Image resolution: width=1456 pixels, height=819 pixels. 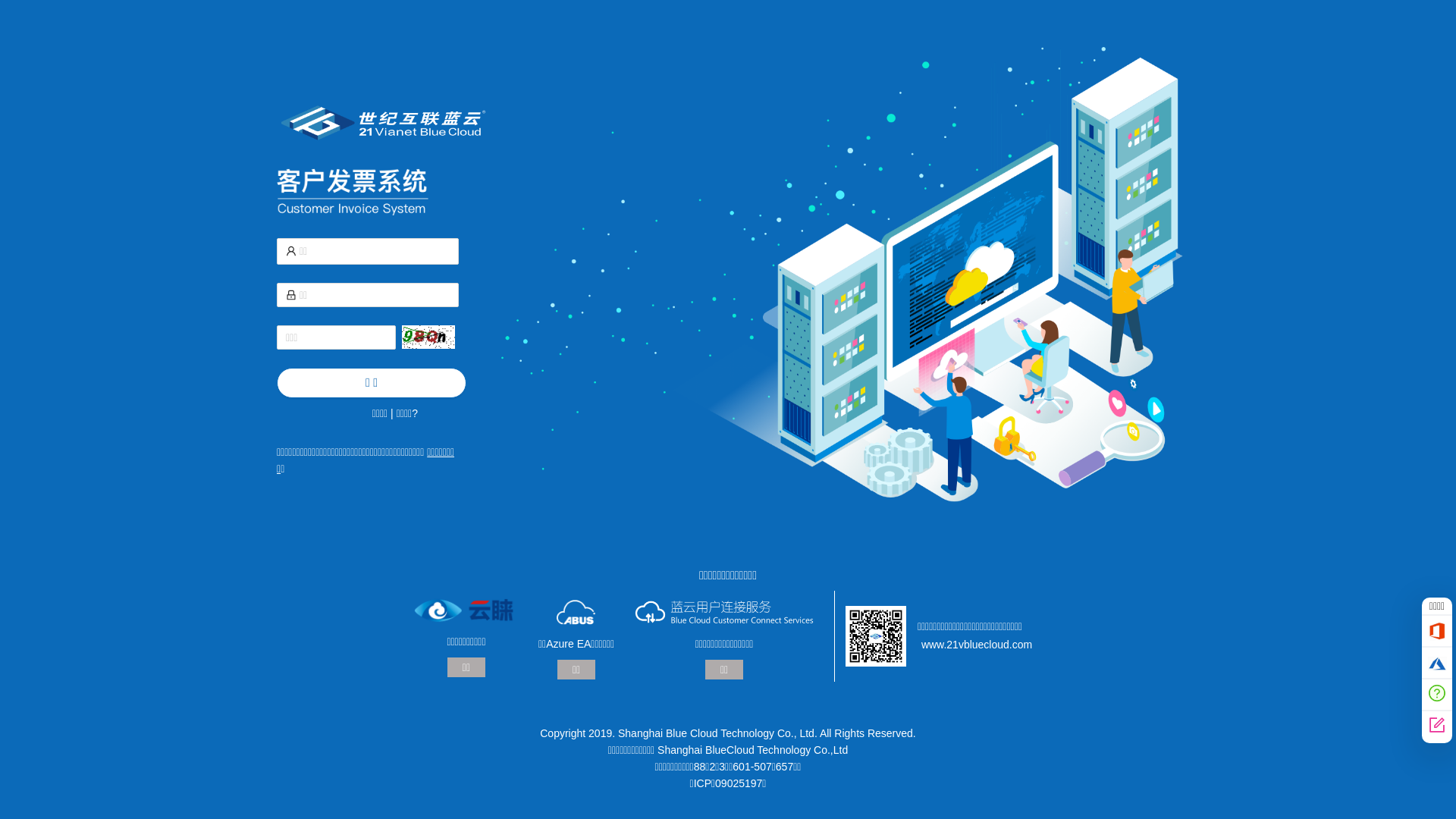 I want to click on 'www.21vbluecloud.com', so click(x=906, y=644).